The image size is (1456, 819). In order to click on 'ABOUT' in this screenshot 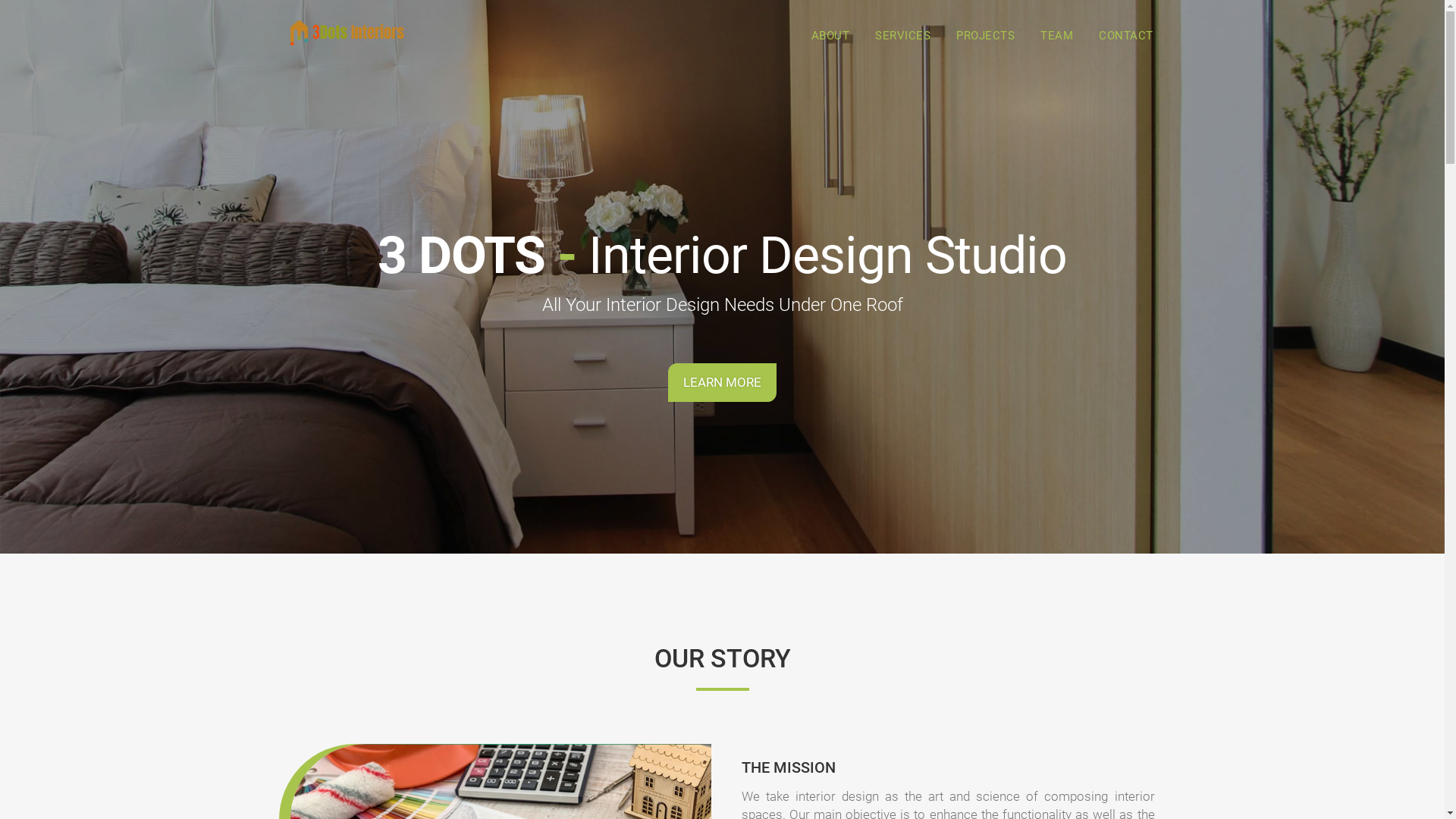, I will do `click(830, 34)`.